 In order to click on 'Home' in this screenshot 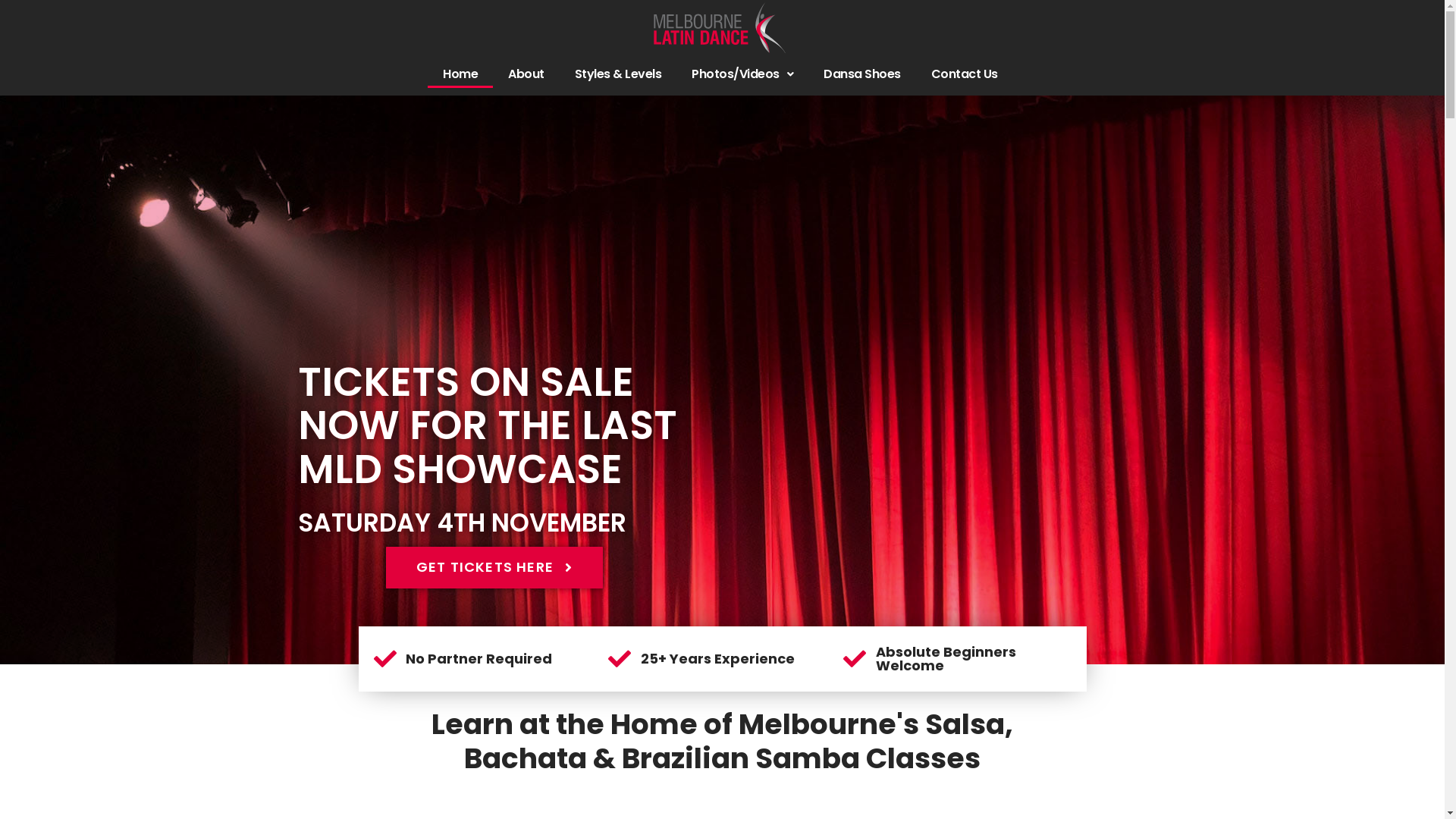, I will do `click(459, 74)`.